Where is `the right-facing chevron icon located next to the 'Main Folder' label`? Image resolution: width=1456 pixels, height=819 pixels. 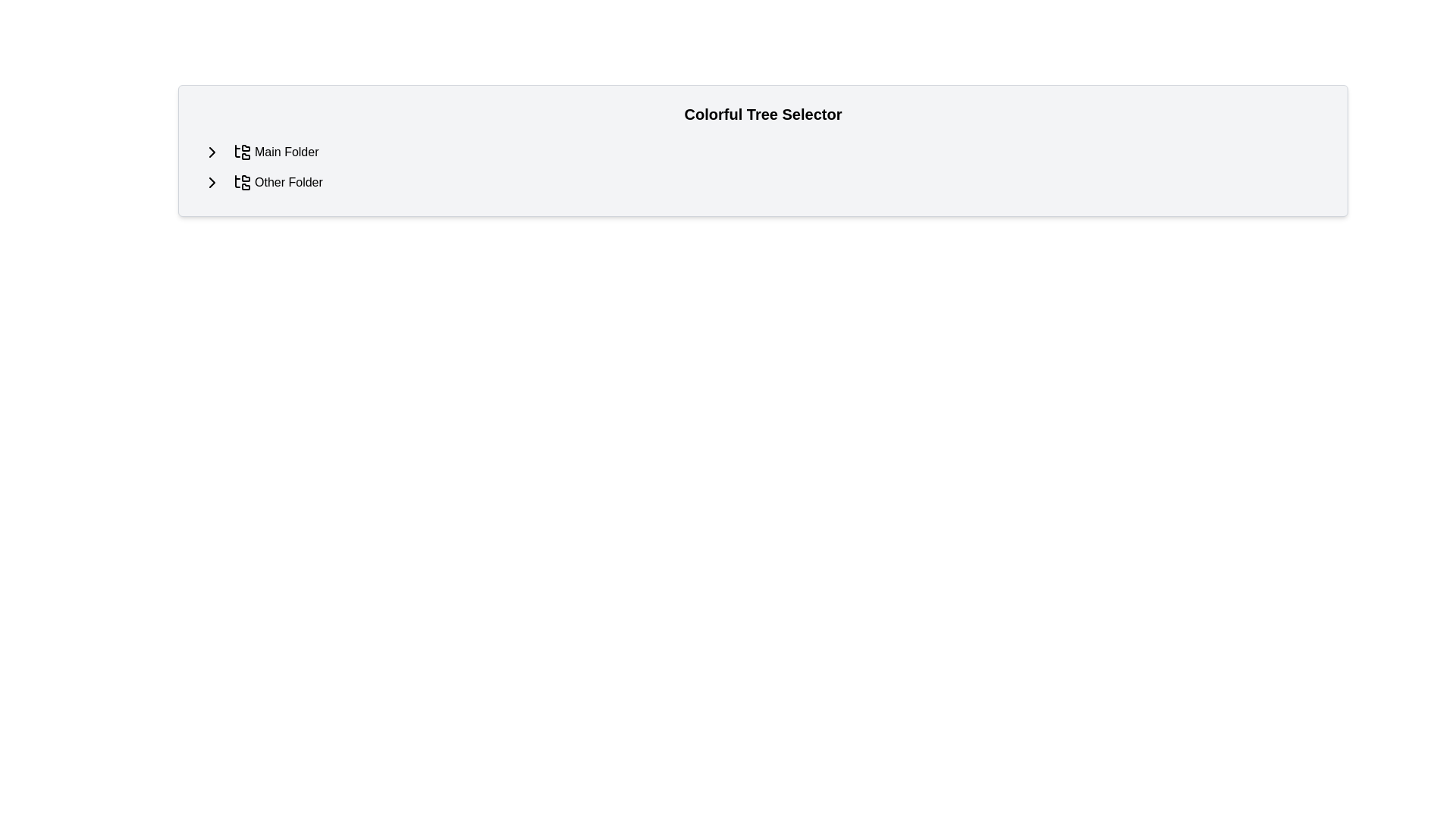 the right-facing chevron icon located next to the 'Main Folder' label is located at coordinates (211, 152).